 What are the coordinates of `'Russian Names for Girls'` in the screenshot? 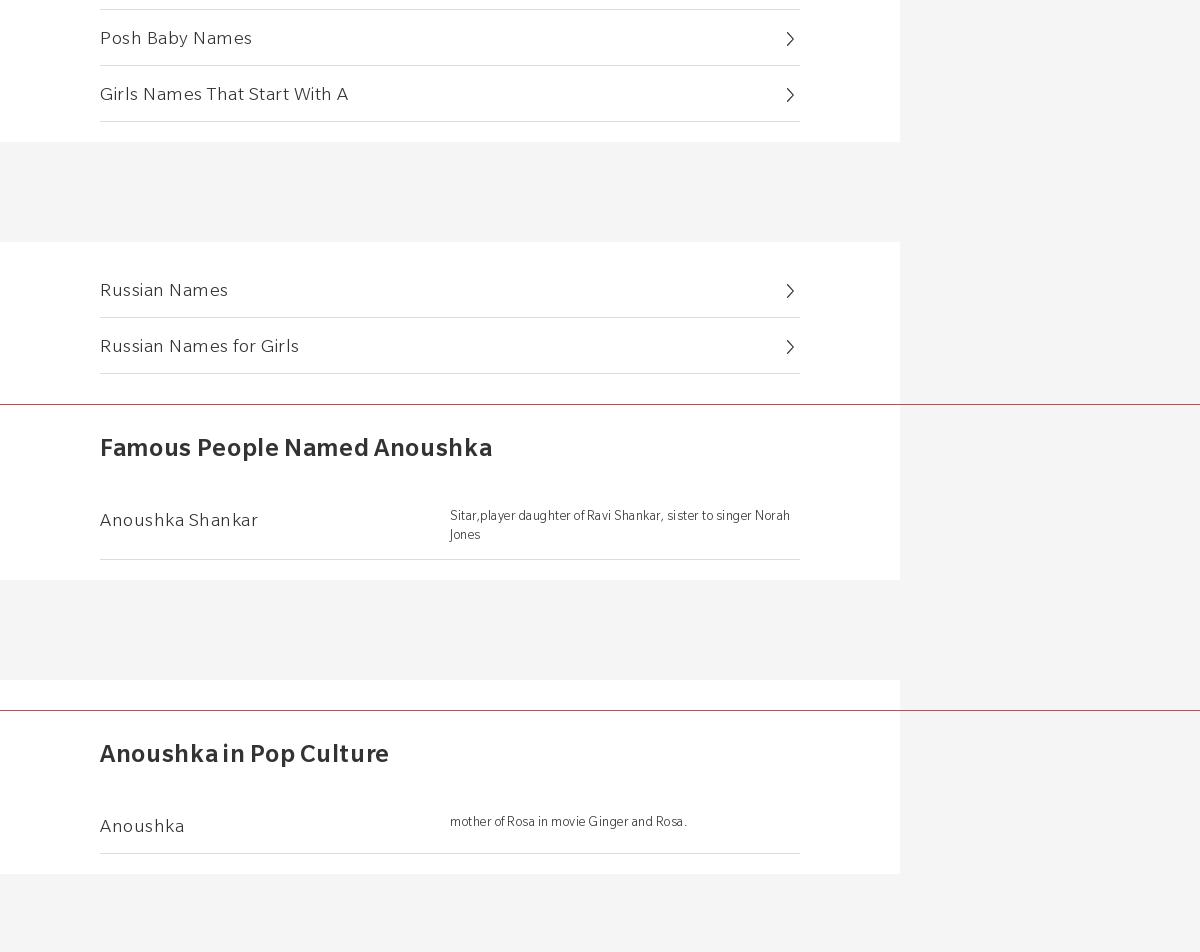 It's located at (198, 344).